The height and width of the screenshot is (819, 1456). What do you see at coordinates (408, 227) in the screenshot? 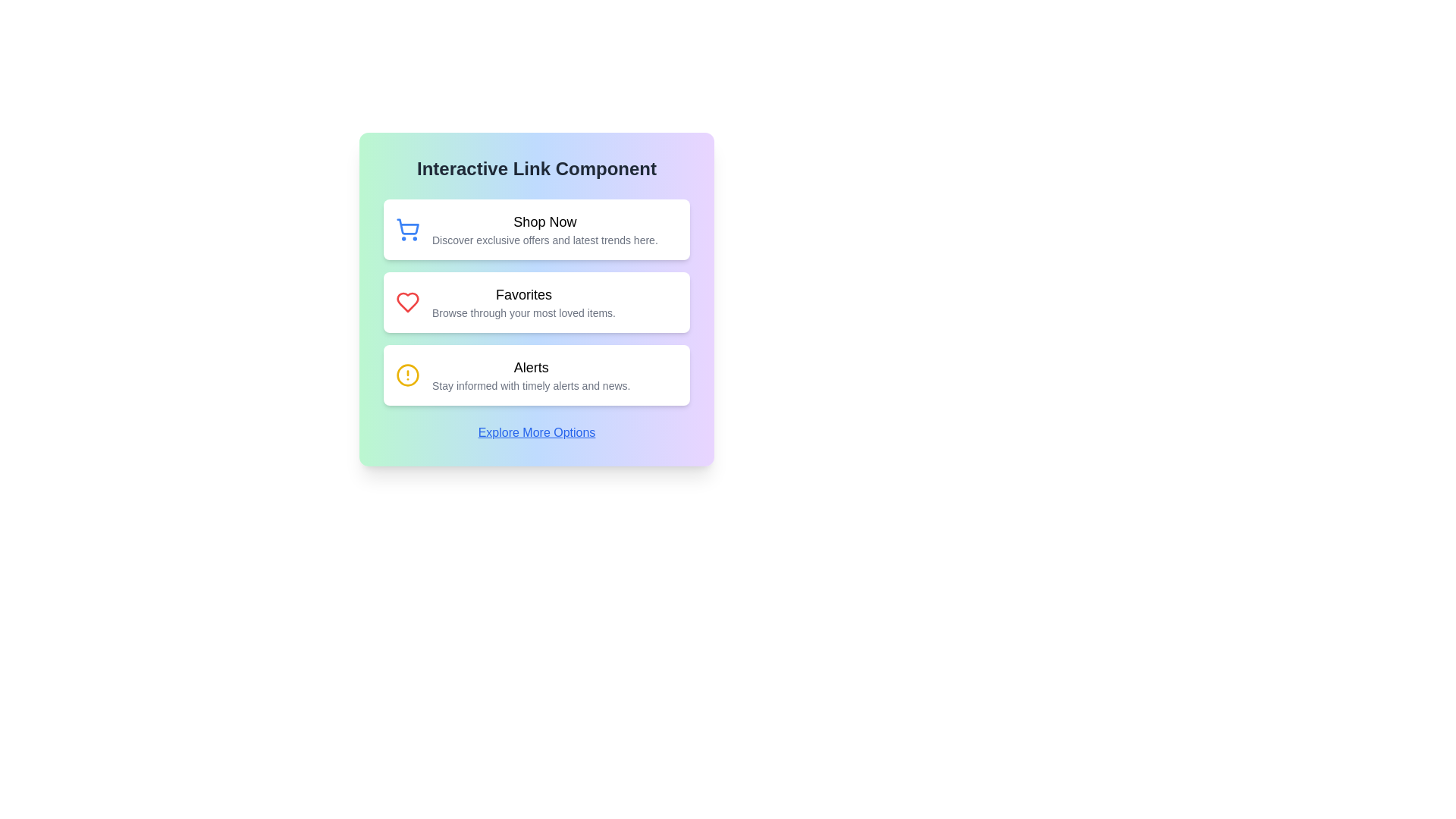
I see `the shopping cart icon located in the center of the 'Shop Now' button at the top of a vertical stack of buttons` at bounding box center [408, 227].